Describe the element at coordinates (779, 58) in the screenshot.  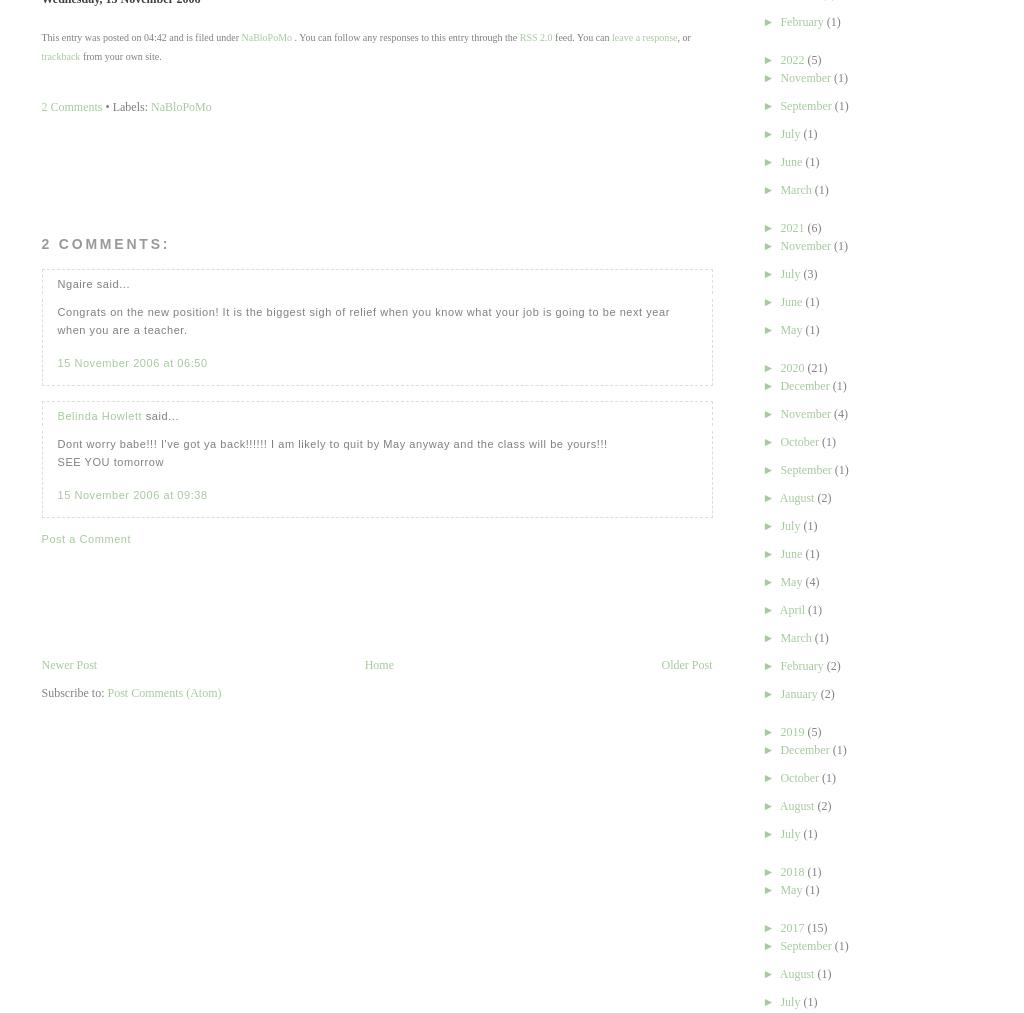
I see `'2022'` at that location.